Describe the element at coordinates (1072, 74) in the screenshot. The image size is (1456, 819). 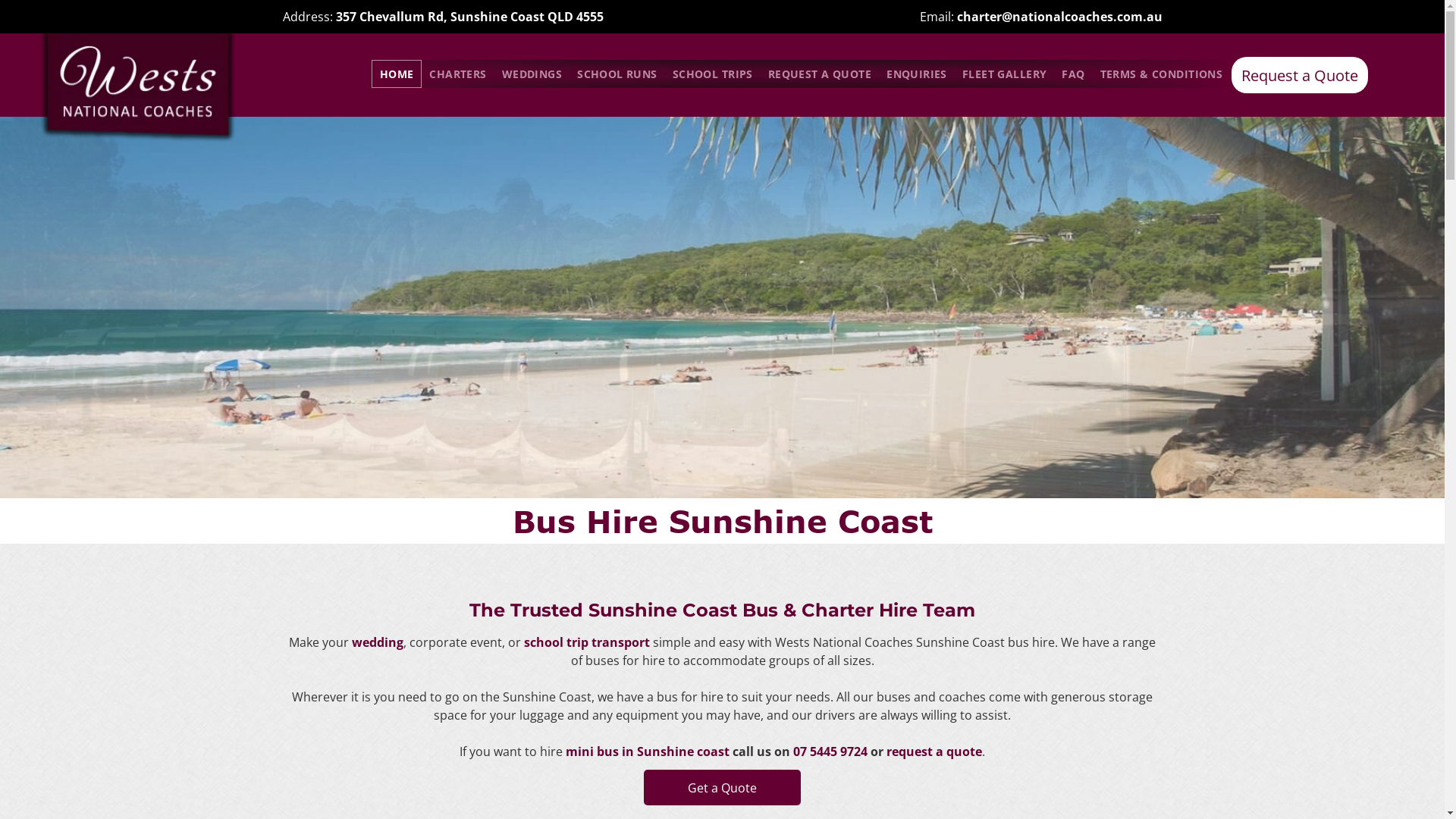
I see `'FAQ'` at that location.